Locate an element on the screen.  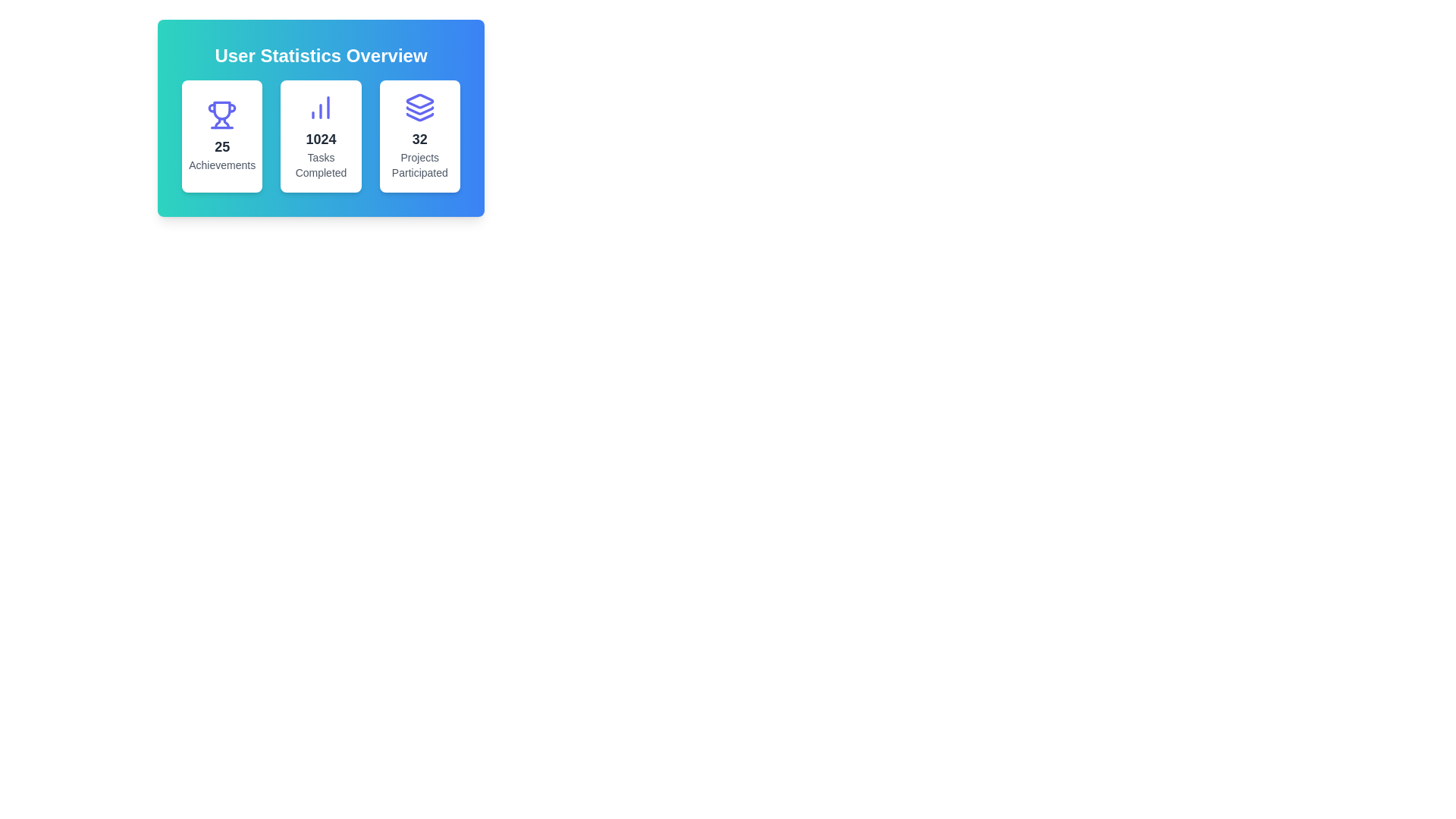
the static text element displaying the number '1024' in bold dark gray, located in the 'Tasks Completed' card under the title 'User Statistics Overview' is located at coordinates (320, 140).